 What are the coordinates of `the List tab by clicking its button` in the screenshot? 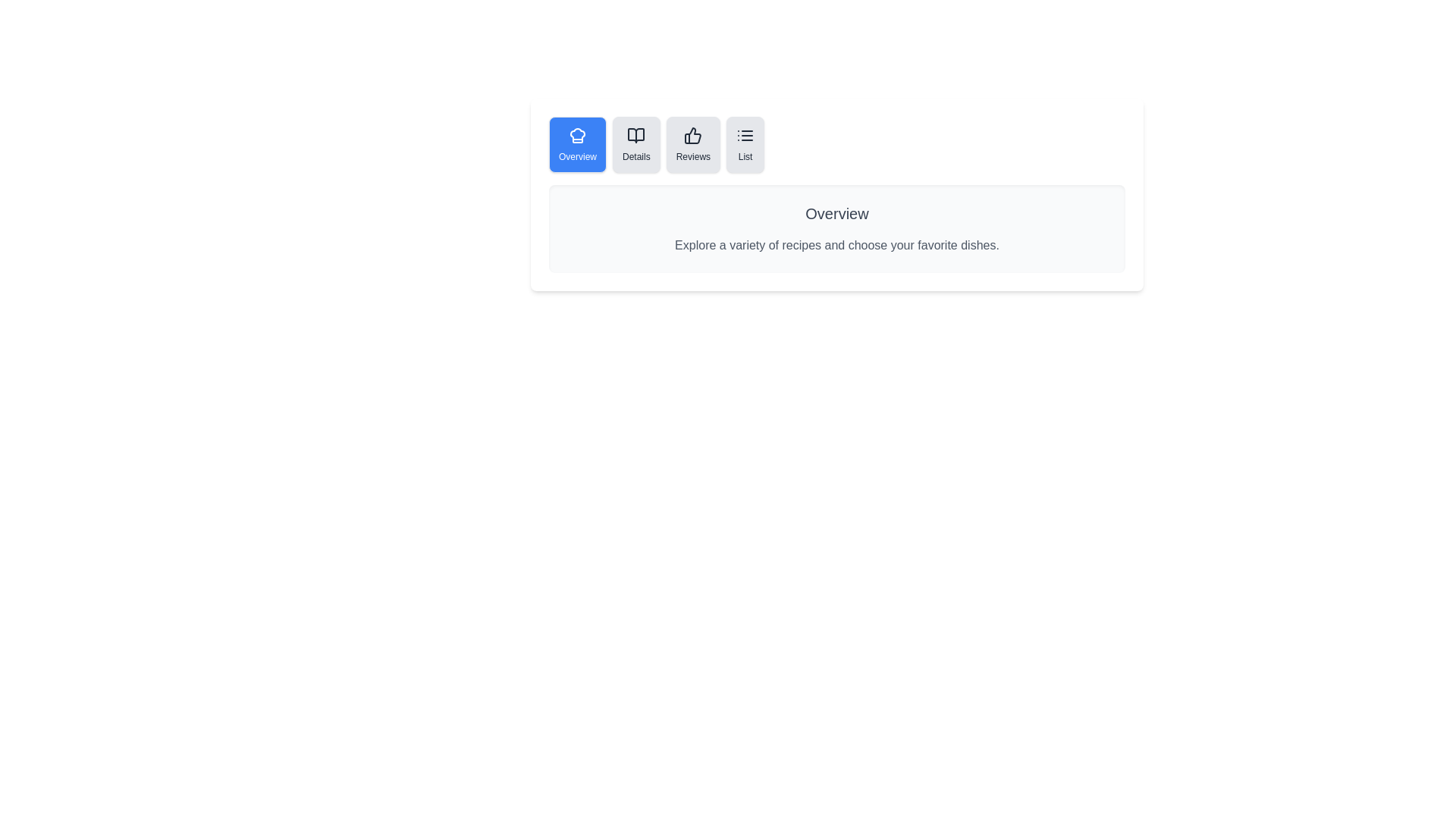 It's located at (745, 145).